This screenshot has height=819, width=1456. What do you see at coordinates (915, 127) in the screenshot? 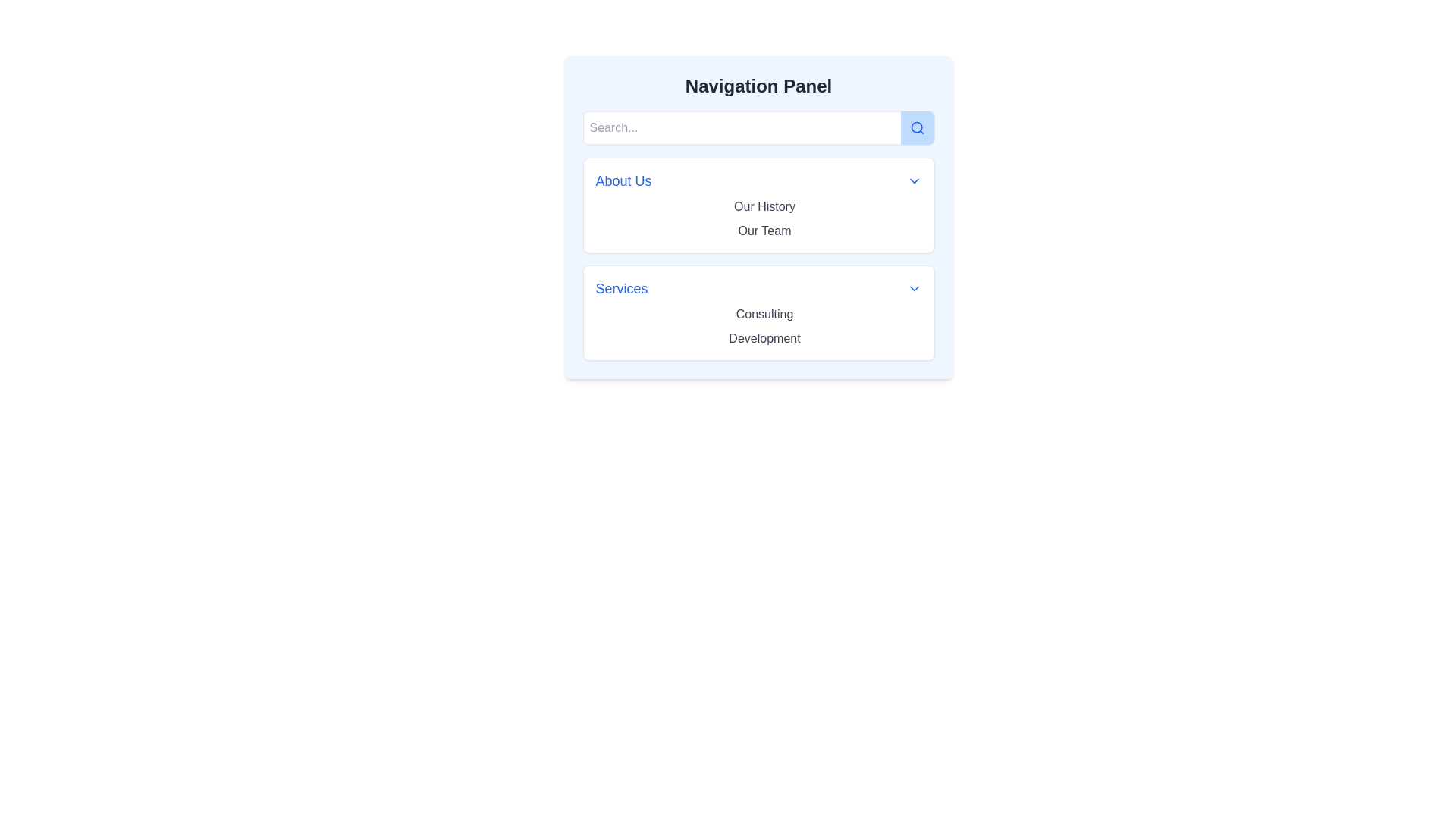
I see `the visual decorative component of the search icon located at the upper right corner of the navigation panel interface` at bounding box center [915, 127].